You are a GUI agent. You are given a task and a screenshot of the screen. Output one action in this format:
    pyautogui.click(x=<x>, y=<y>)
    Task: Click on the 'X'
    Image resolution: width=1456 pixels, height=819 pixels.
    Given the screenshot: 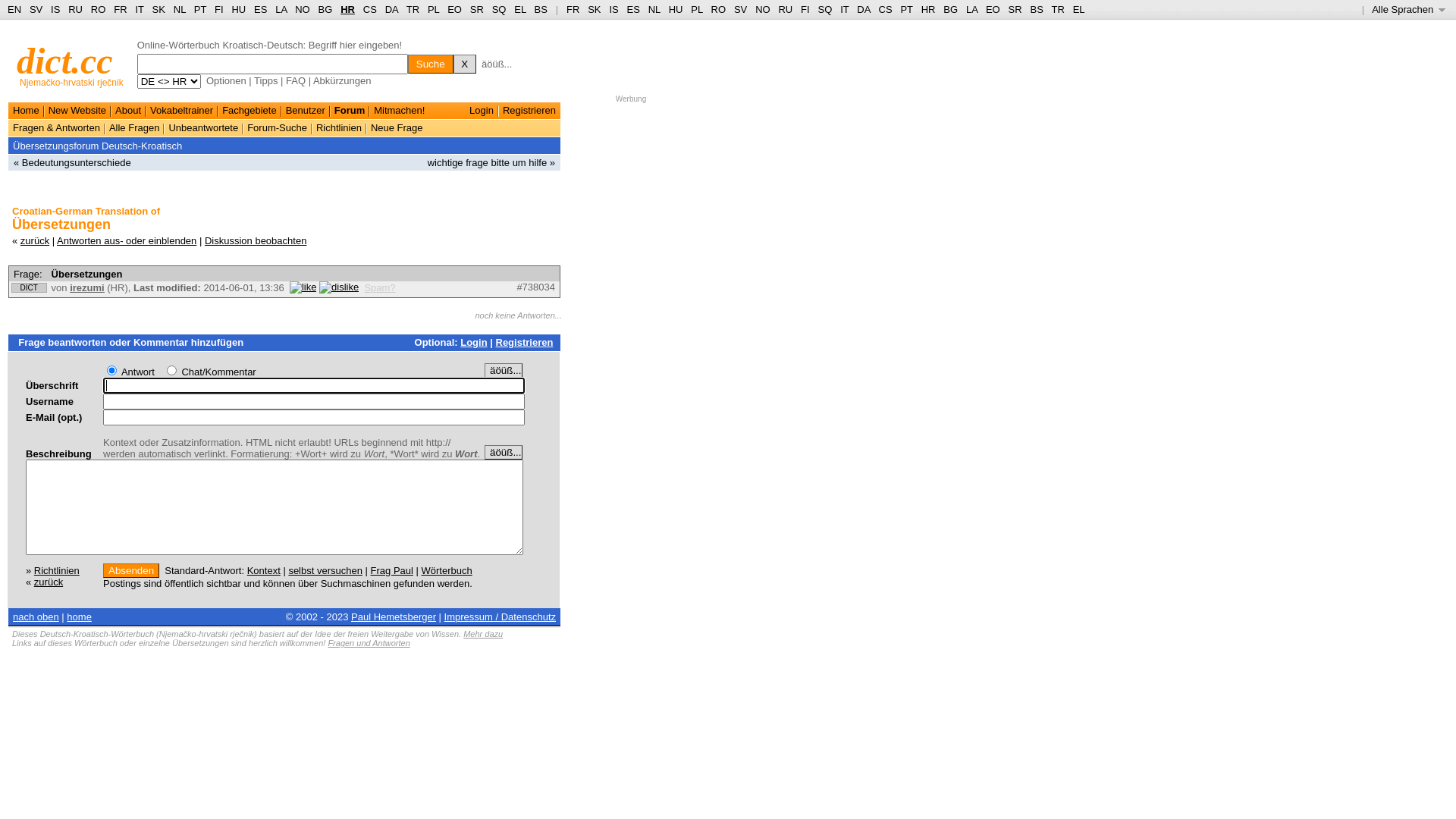 What is the action you would take?
    pyautogui.click(x=464, y=63)
    